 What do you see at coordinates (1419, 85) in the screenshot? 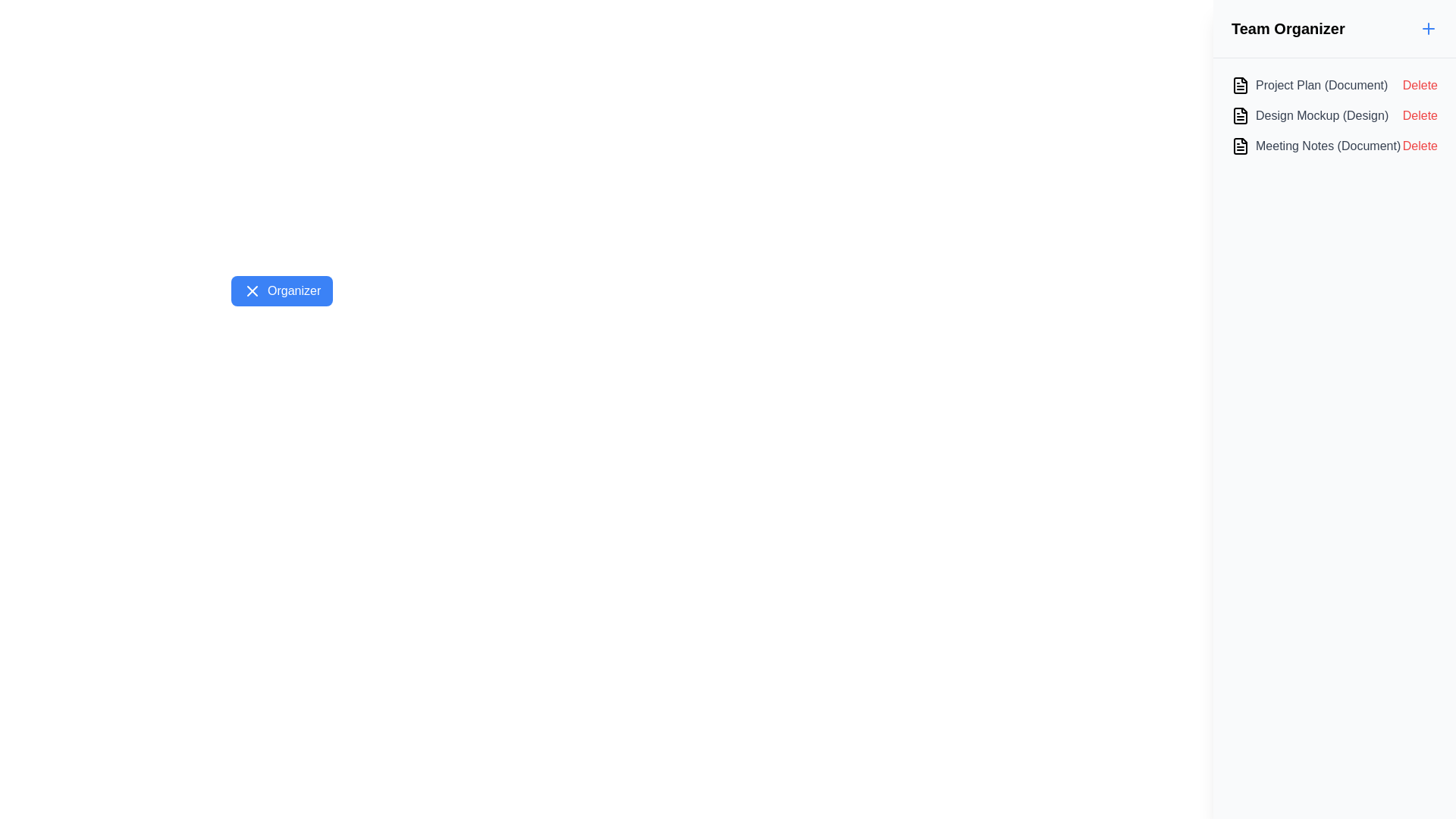
I see `the red 'Delete' text label` at bounding box center [1419, 85].